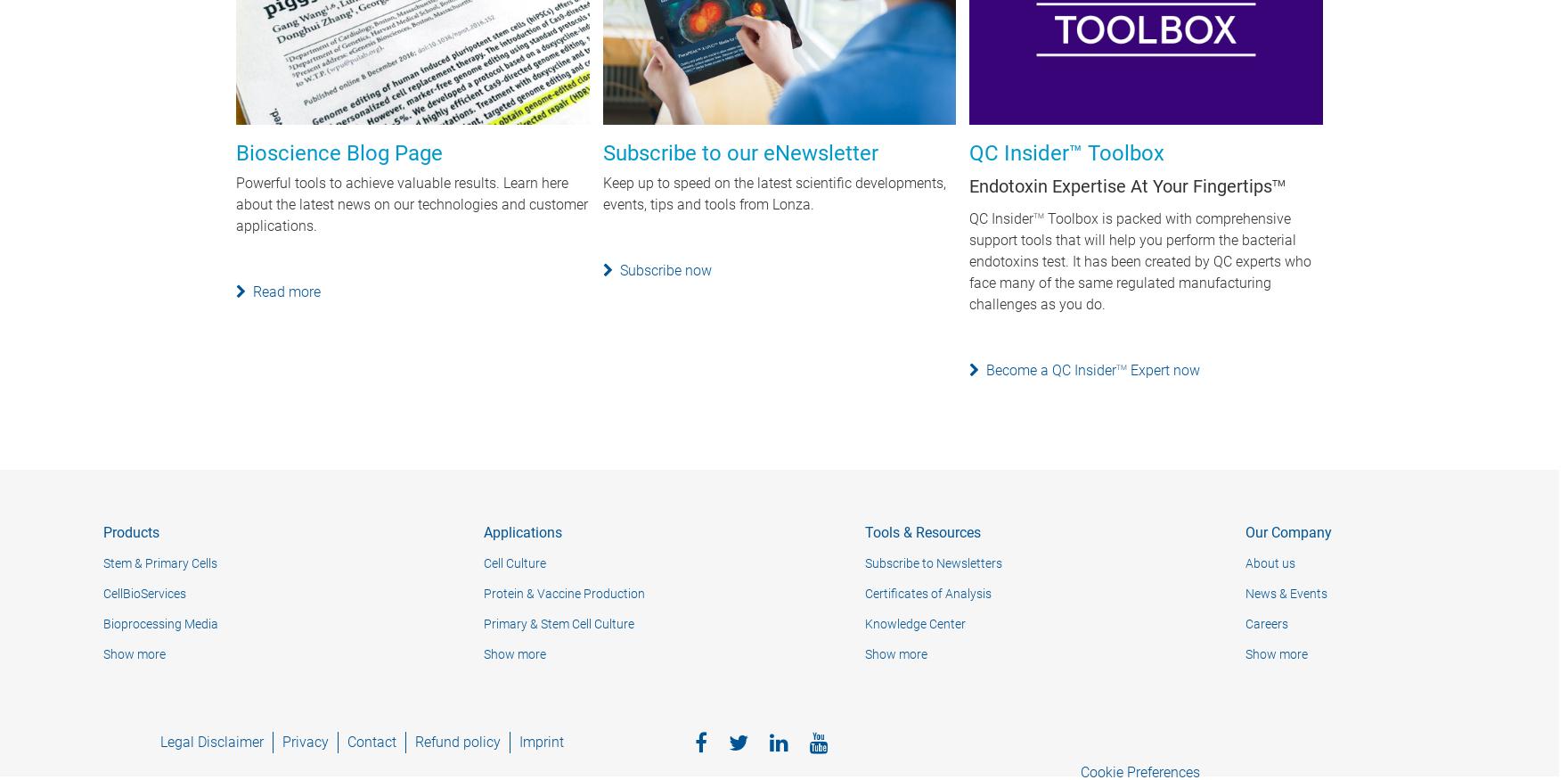  What do you see at coordinates (305, 742) in the screenshot?
I see `'Privacy'` at bounding box center [305, 742].